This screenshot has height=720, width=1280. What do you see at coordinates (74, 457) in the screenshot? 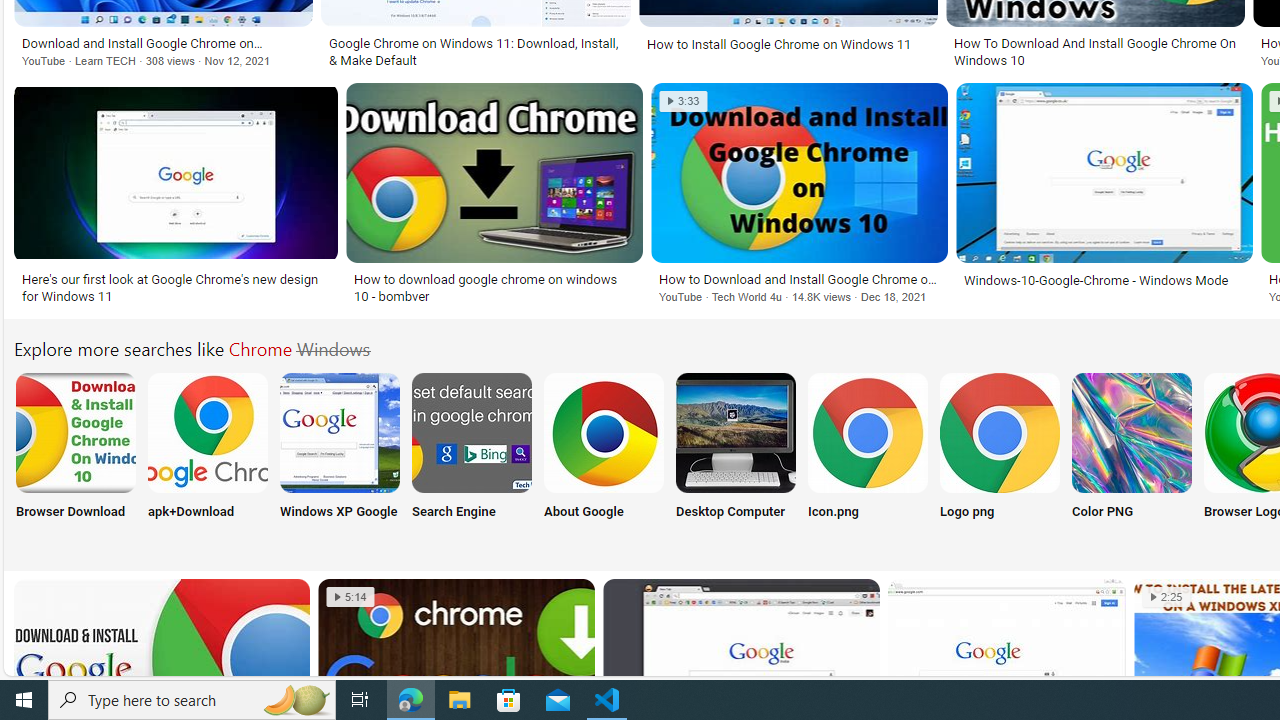
I see `'Browser Download'` at bounding box center [74, 457].